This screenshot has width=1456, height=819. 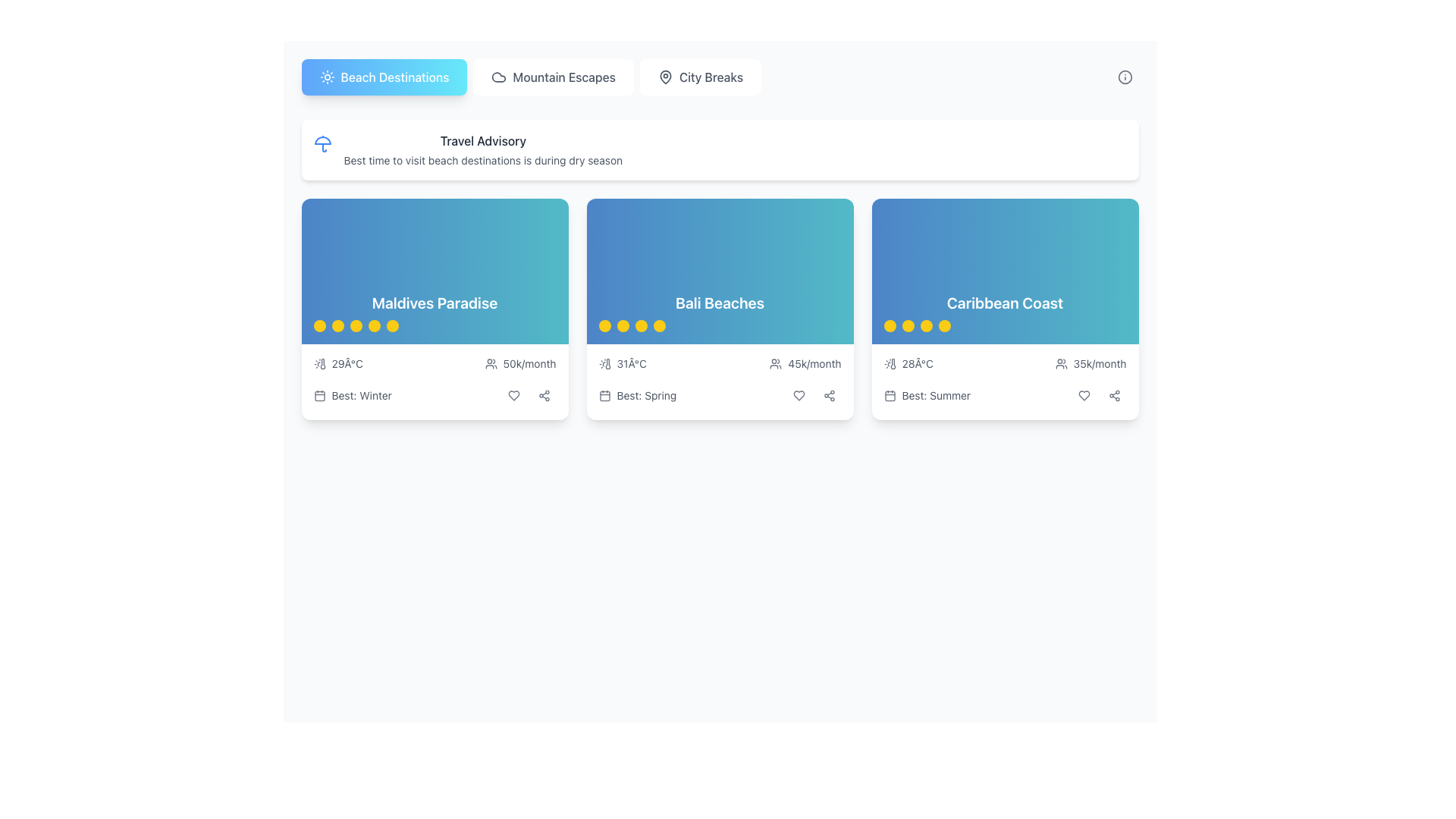 What do you see at coordinates (374, 325) in the screenshot?
I see `the appearance of the fourth yellow circular icon in the rating indicator located on the 'Maldives Paradise' card, which is positioned near the bottom of the card` at bounding box center [374, 325].